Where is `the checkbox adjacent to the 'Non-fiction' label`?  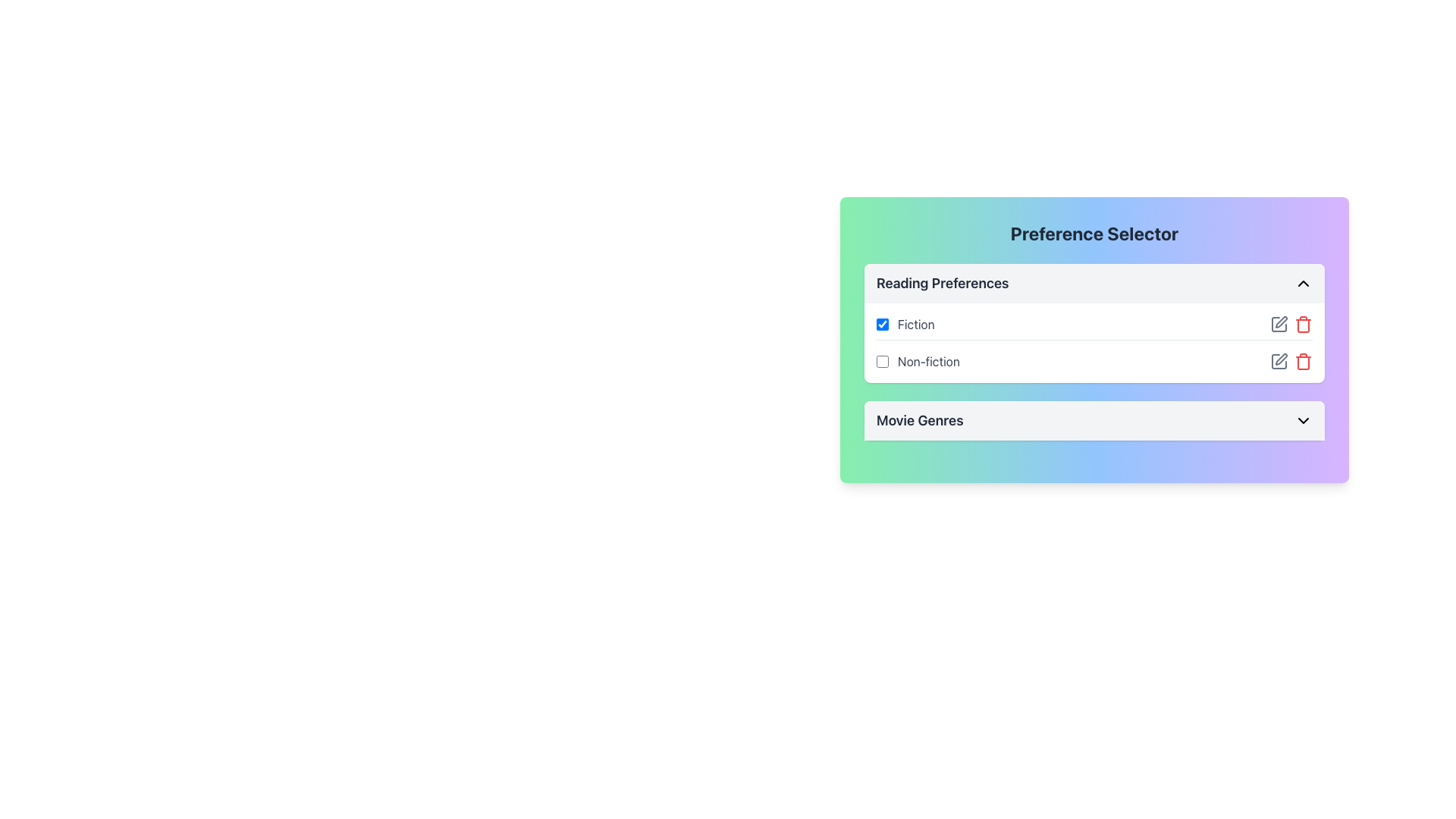
the checkbox adjacent to the 'Non-fiction' label is located at coordinates (882, 362).